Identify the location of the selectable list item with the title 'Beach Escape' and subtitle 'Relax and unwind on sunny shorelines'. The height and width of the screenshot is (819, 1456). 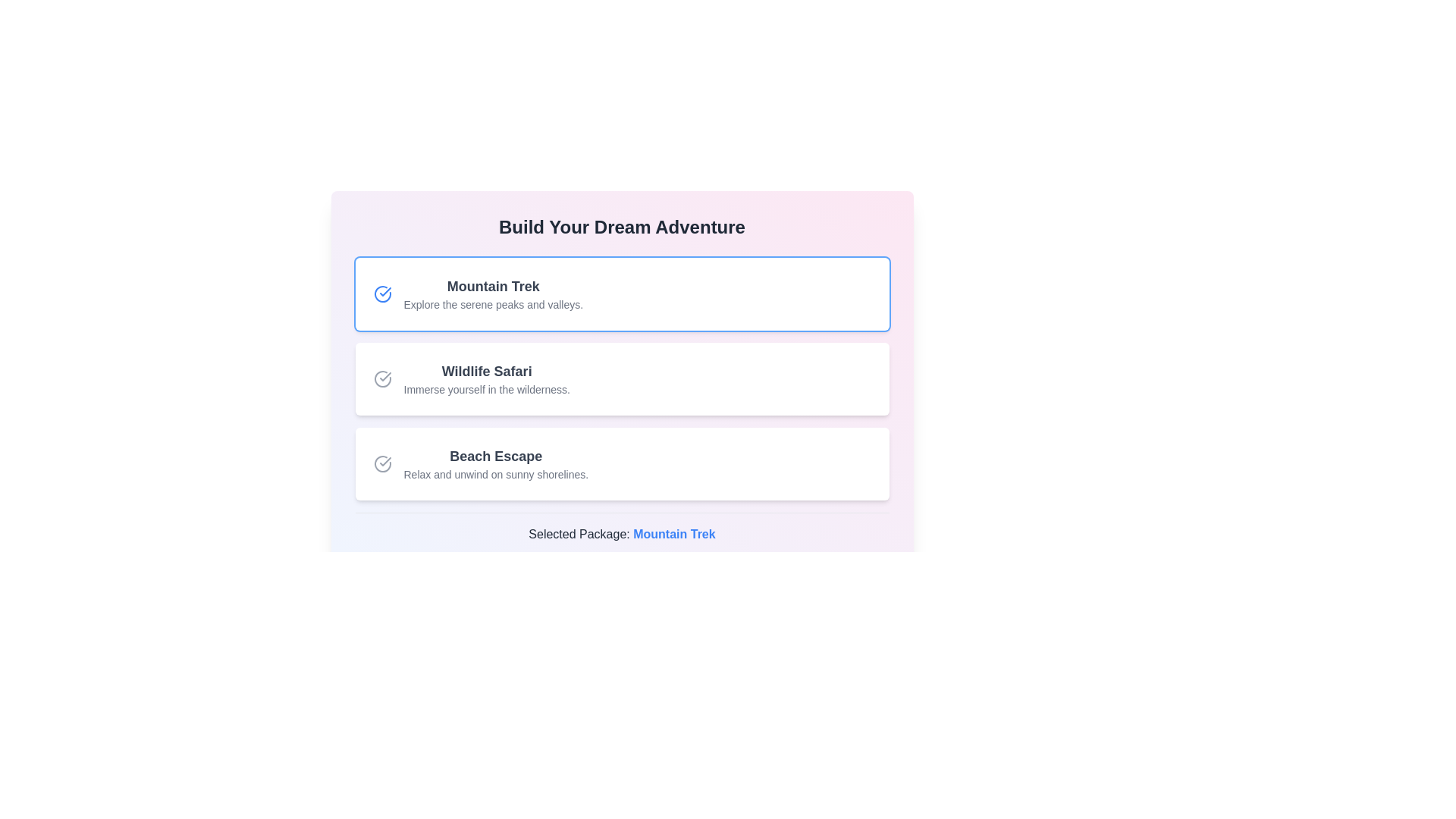
(622, 463).